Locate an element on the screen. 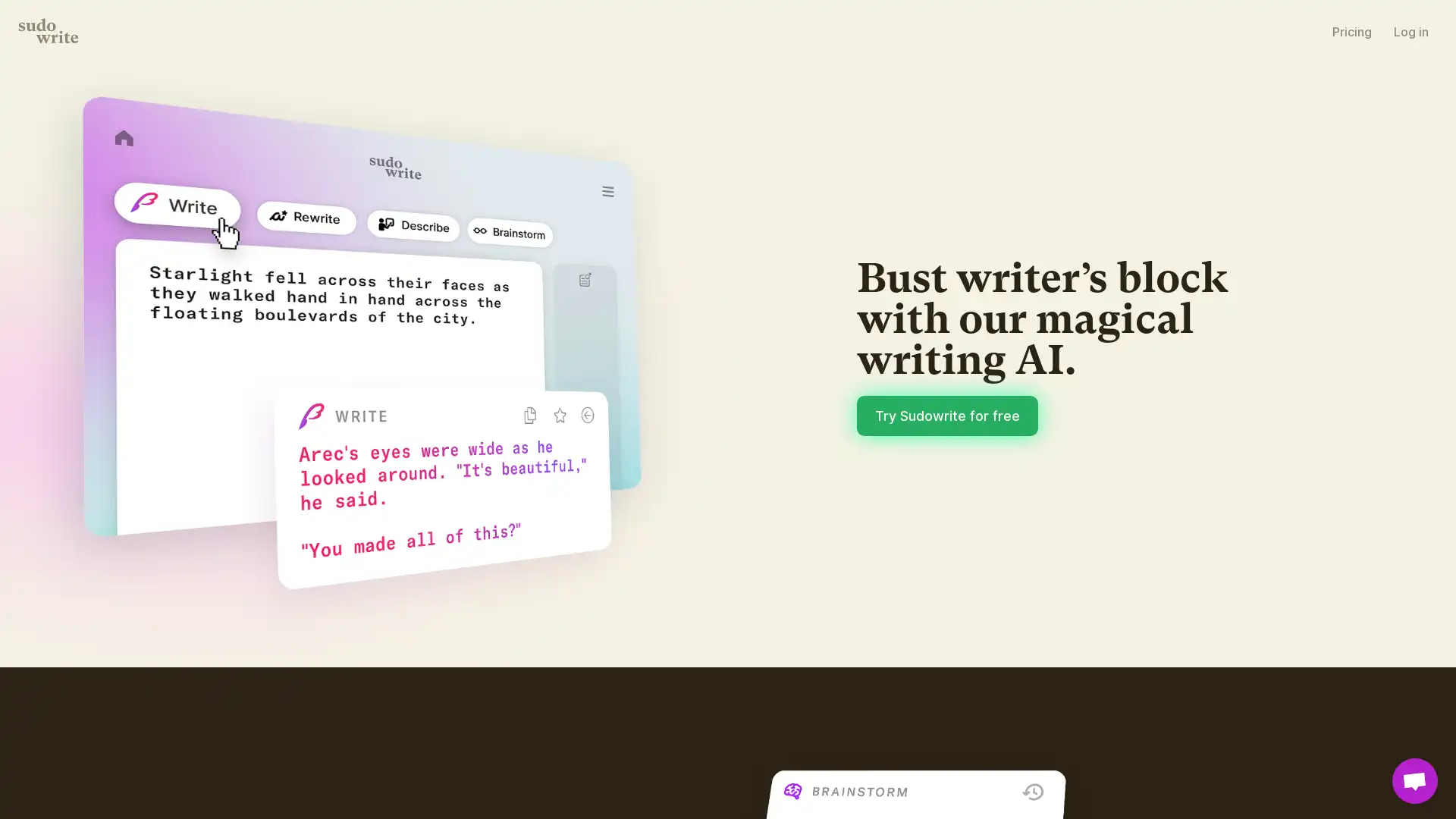 Image resolution: width=1456 pixels, height=819 pixels. Try Sudowrite for free is located at coordinates (946, 415).